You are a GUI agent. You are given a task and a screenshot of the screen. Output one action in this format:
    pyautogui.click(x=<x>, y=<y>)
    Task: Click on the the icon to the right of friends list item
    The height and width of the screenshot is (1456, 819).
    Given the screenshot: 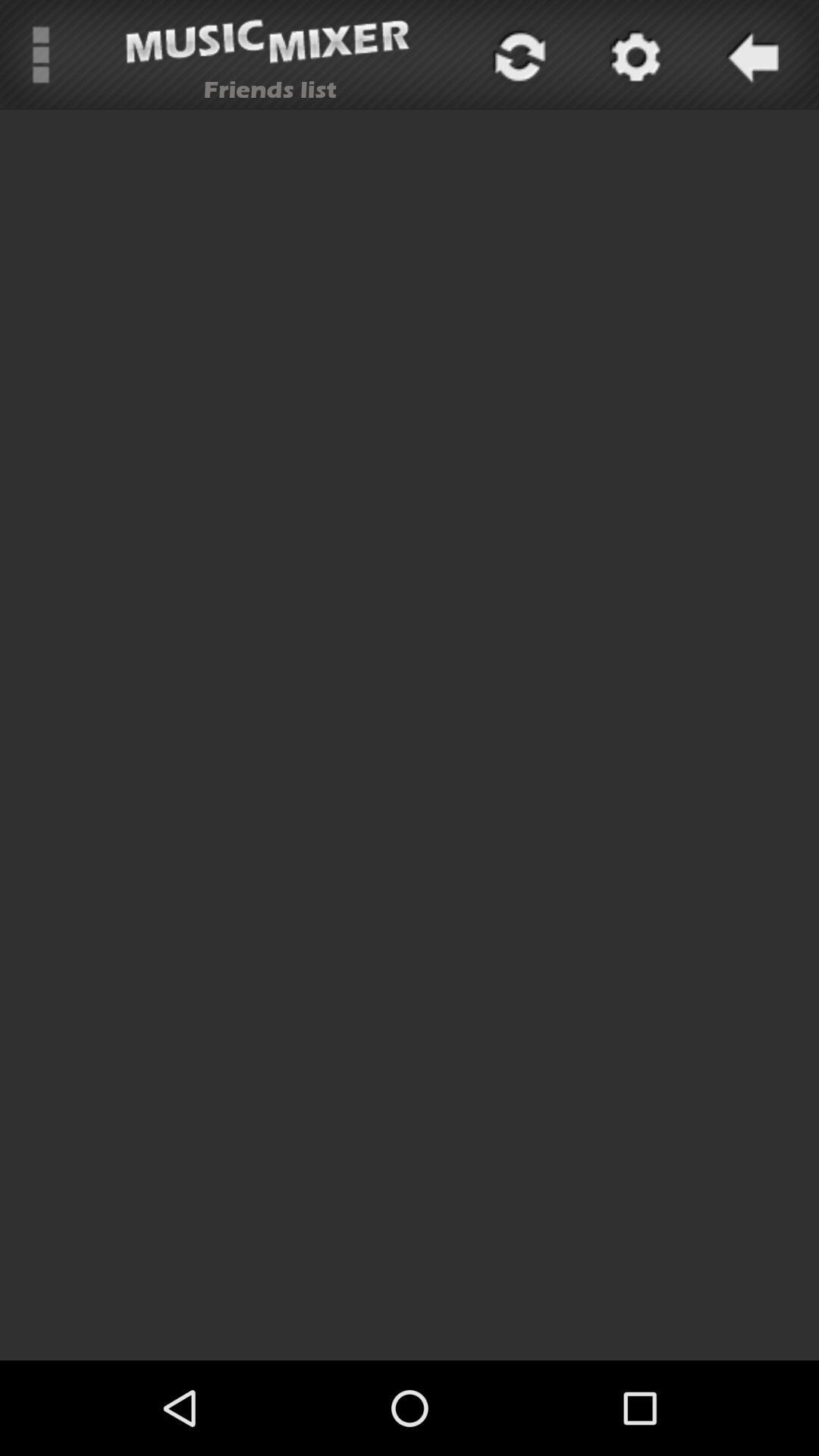 What is the action you would take?
    pyautogui.click(x=516, y=55)
    